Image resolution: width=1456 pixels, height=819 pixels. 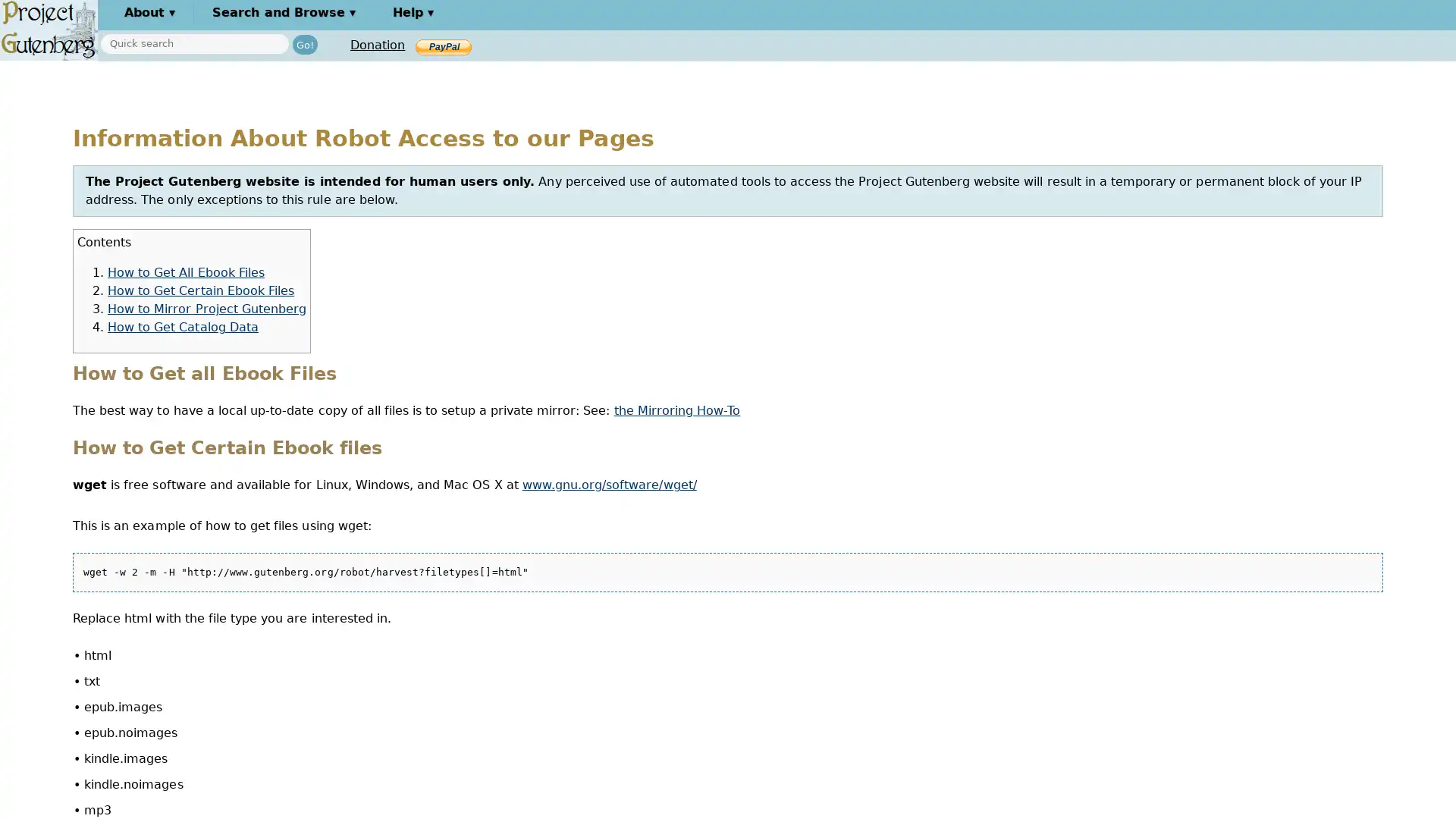 What do you see at coordinates (304, 43) in the screenshot?
I see `Go!` at bounding box center [304, 43].